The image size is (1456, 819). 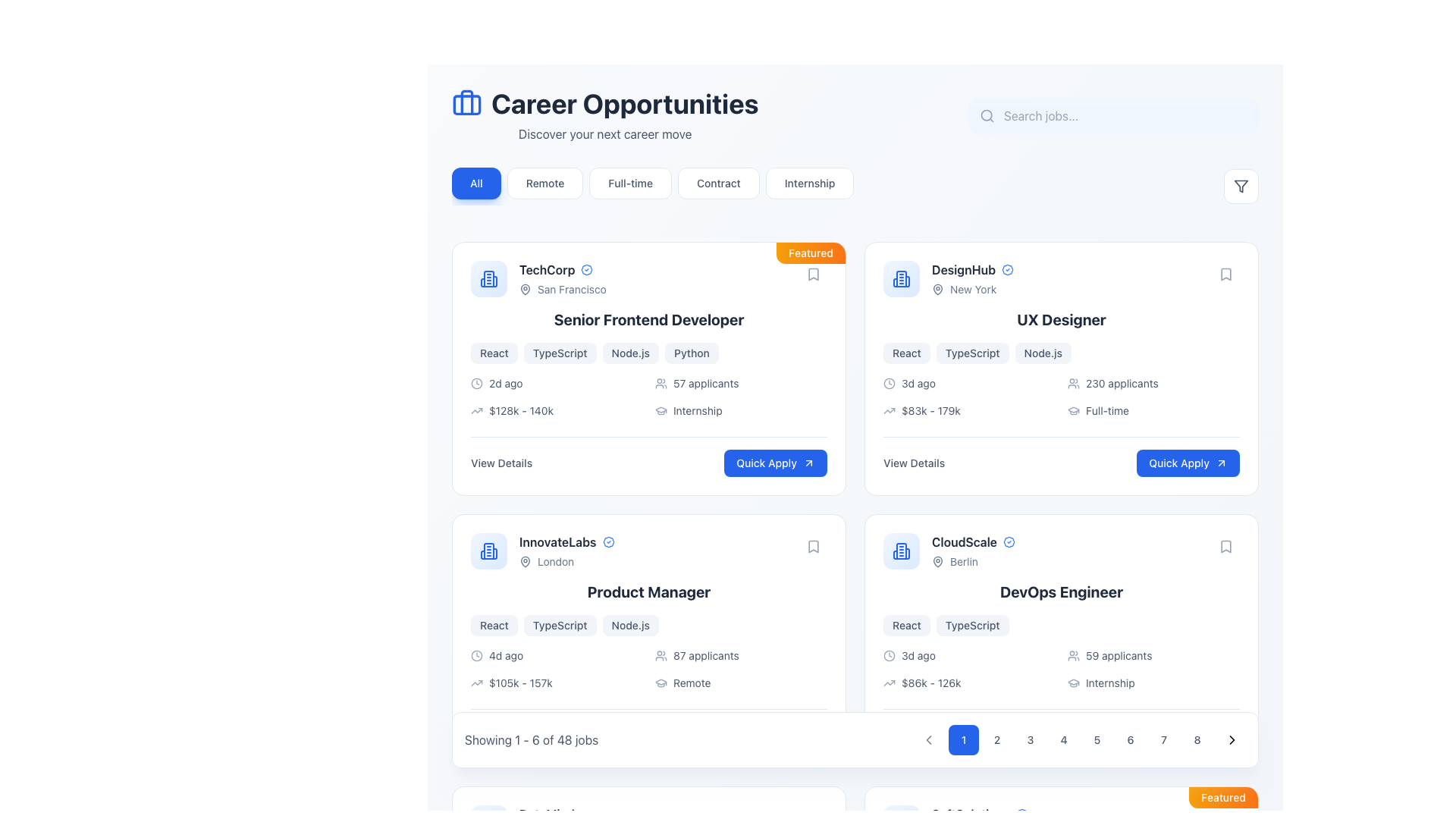 What do you see at coordinates (586, 268) in the screenshot?
I see `static SVG icon resembling a badge with a check mark, located to the right of the 'TechCorp' text in the header of the job posting card` at bounding box center [586, 268].